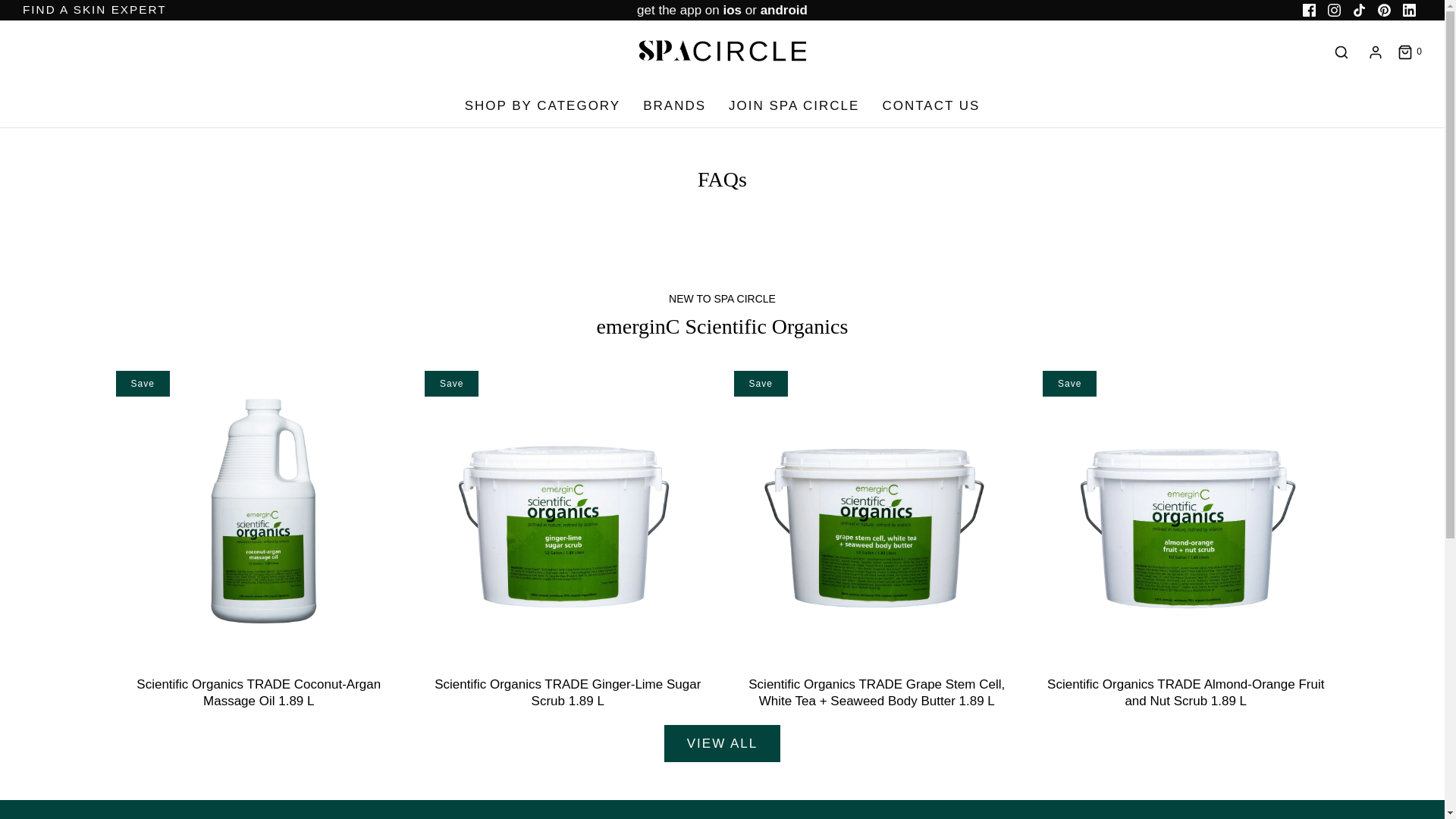 The width and height of the screenshot is (1456, 819). Describe the element at coordinates (542, 105) in the screenshot. I see `'SHOP BY CATEGORY'` at that location.